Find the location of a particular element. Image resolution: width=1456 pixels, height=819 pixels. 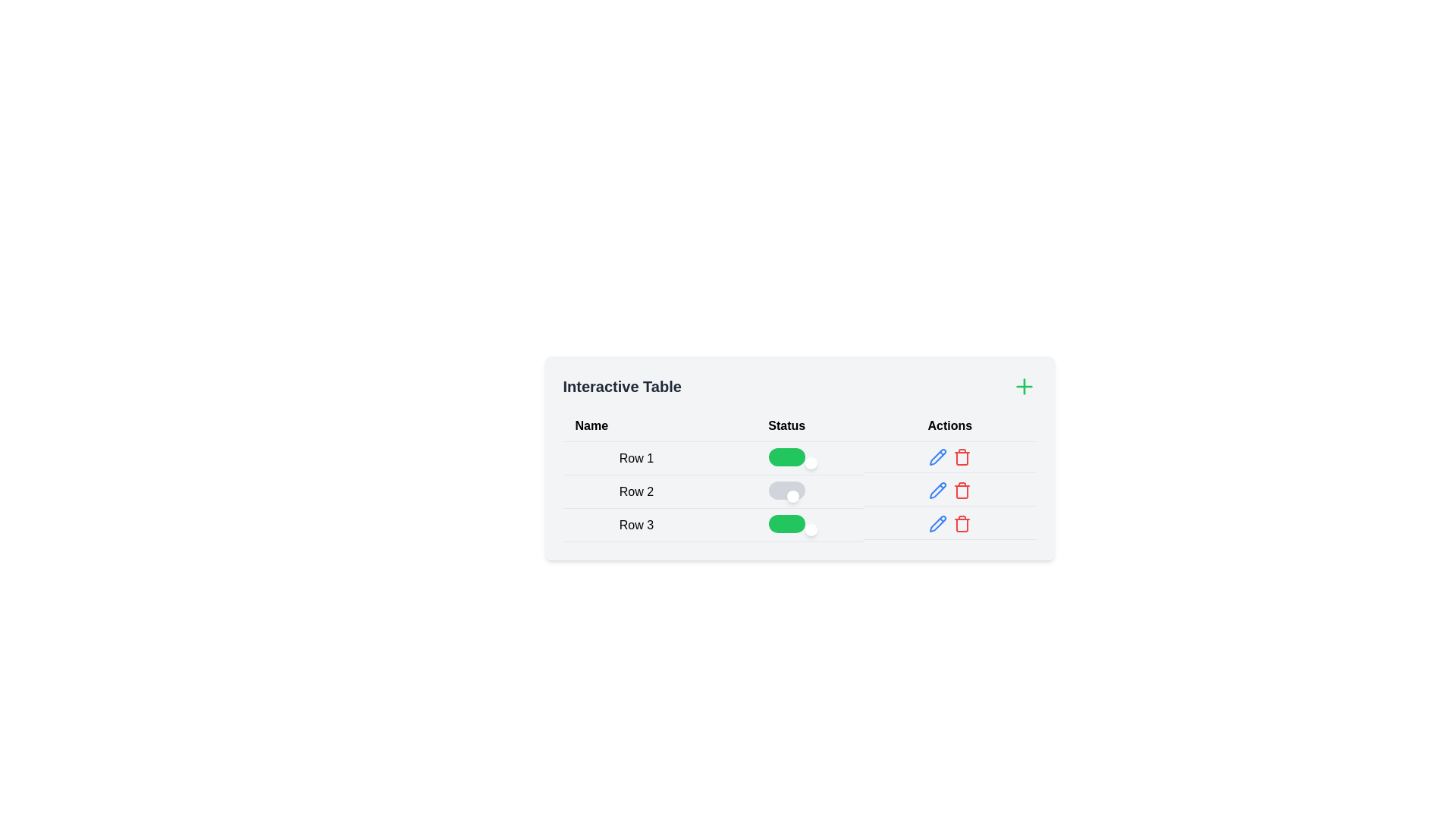

the green plus-shaped button located to the right of the 'Interactive Table' header is located at coordinates (1024, 385).